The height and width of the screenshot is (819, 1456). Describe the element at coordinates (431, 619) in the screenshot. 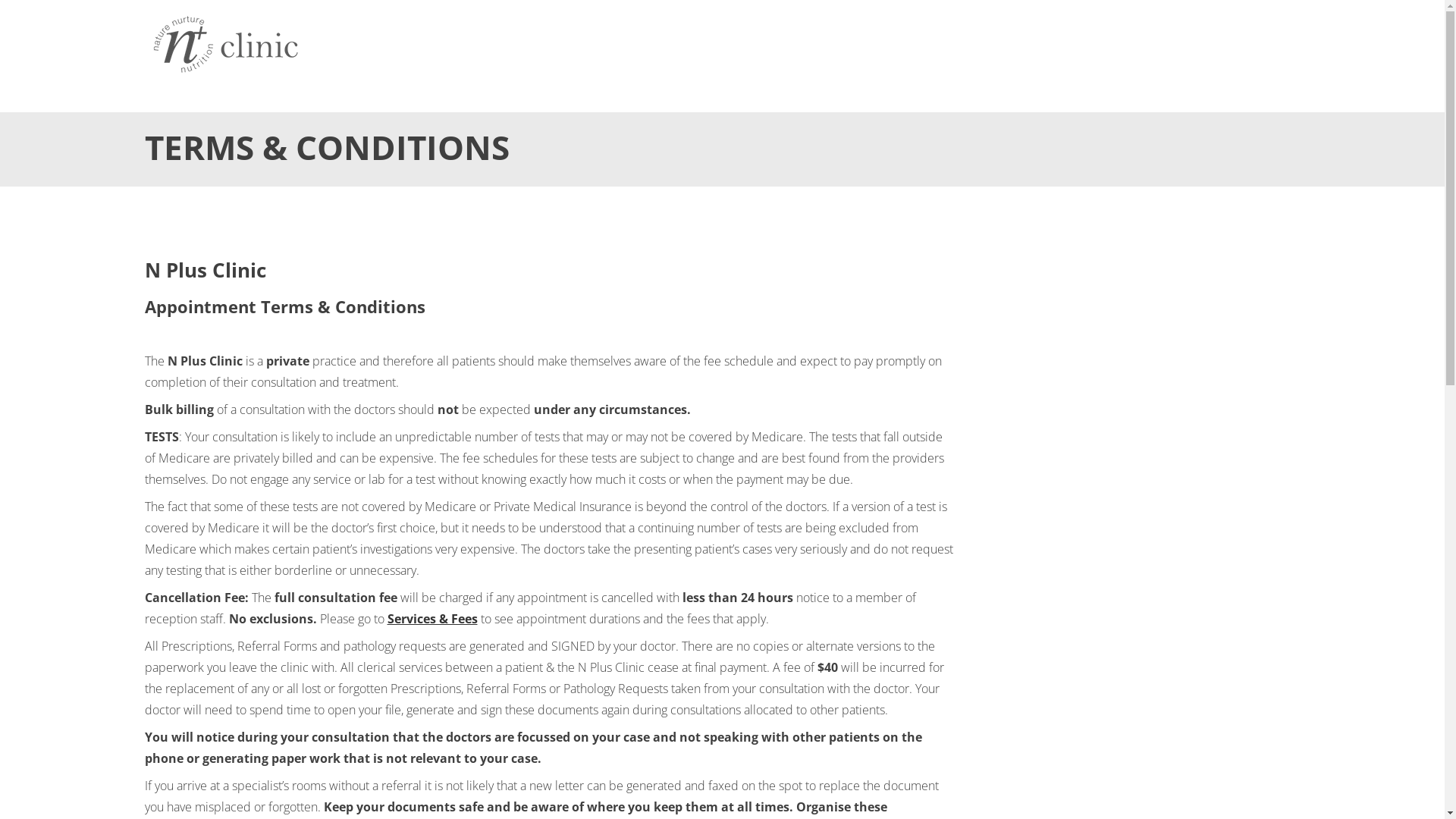

I see `'Services & Fees'` at that location.